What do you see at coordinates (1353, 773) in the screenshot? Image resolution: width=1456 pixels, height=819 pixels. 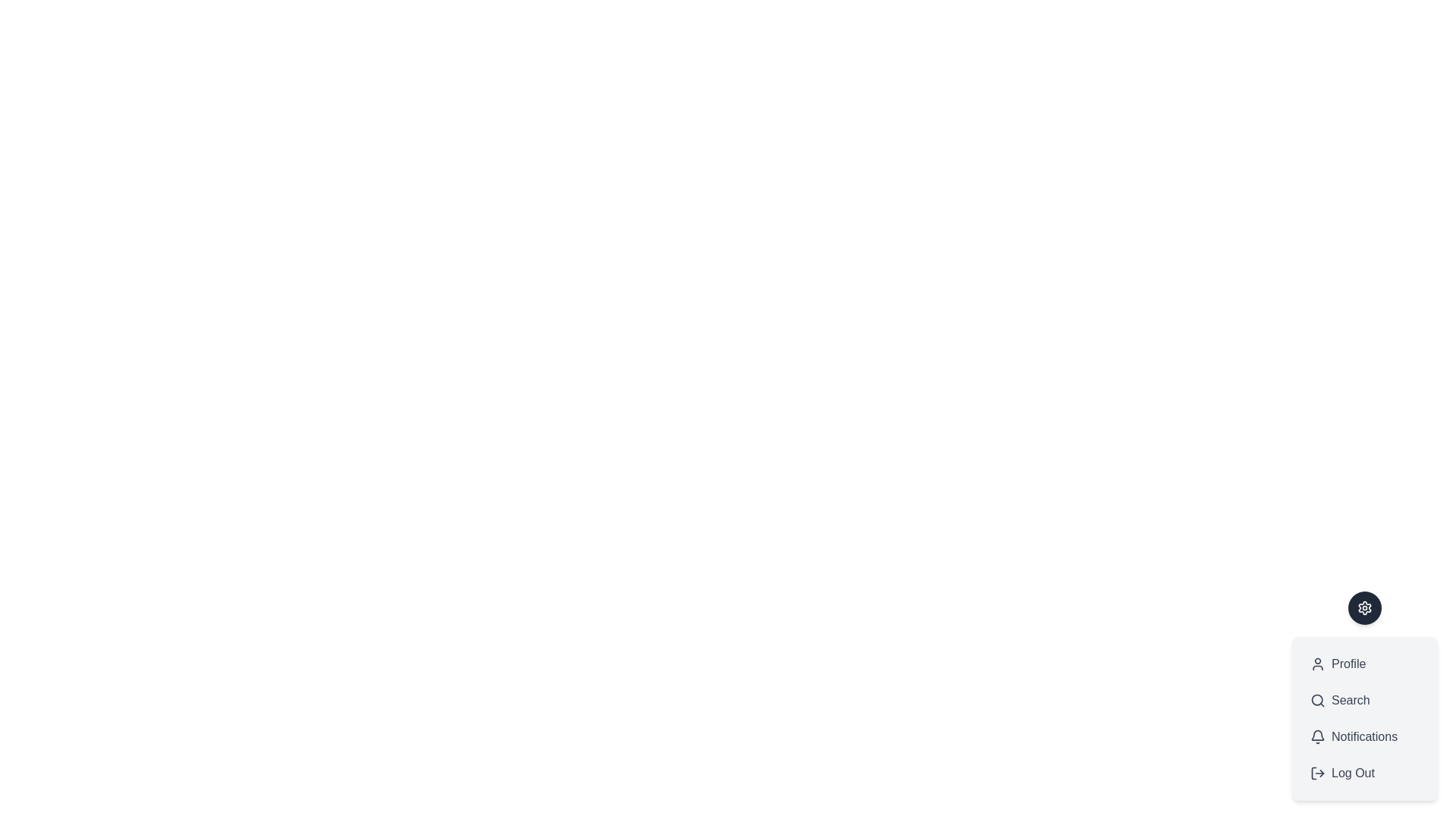 I see `the 'Log Out' text label in the vertical menu which allows users to terminate their current session` at bounding box center [1353, 773].